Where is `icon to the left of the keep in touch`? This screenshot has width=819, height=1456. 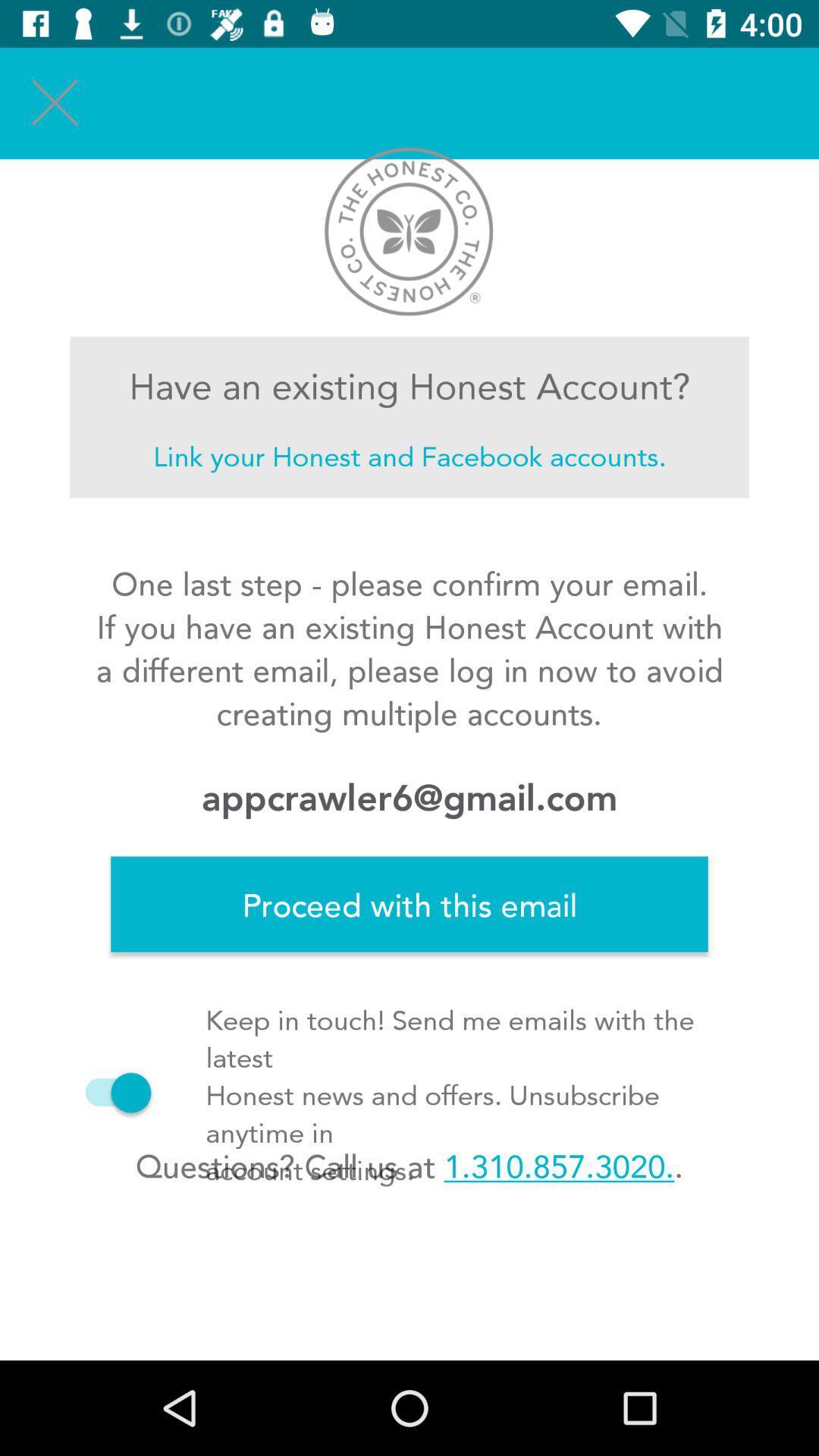 icon to the left of the keep in touch is located at coordinates (110, 1092).